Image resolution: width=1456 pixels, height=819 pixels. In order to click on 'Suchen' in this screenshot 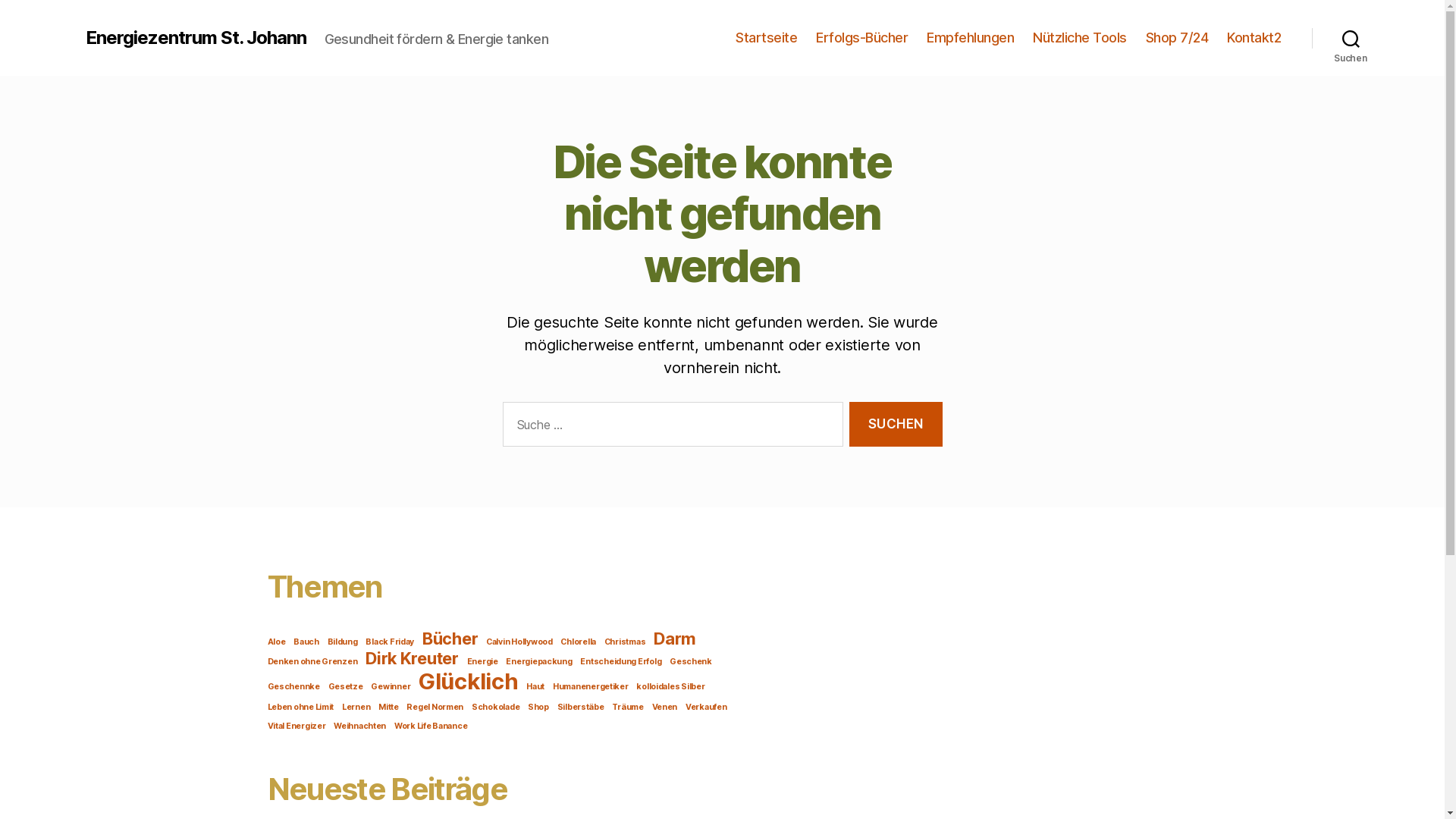, I will do `click(1310, 37)`.